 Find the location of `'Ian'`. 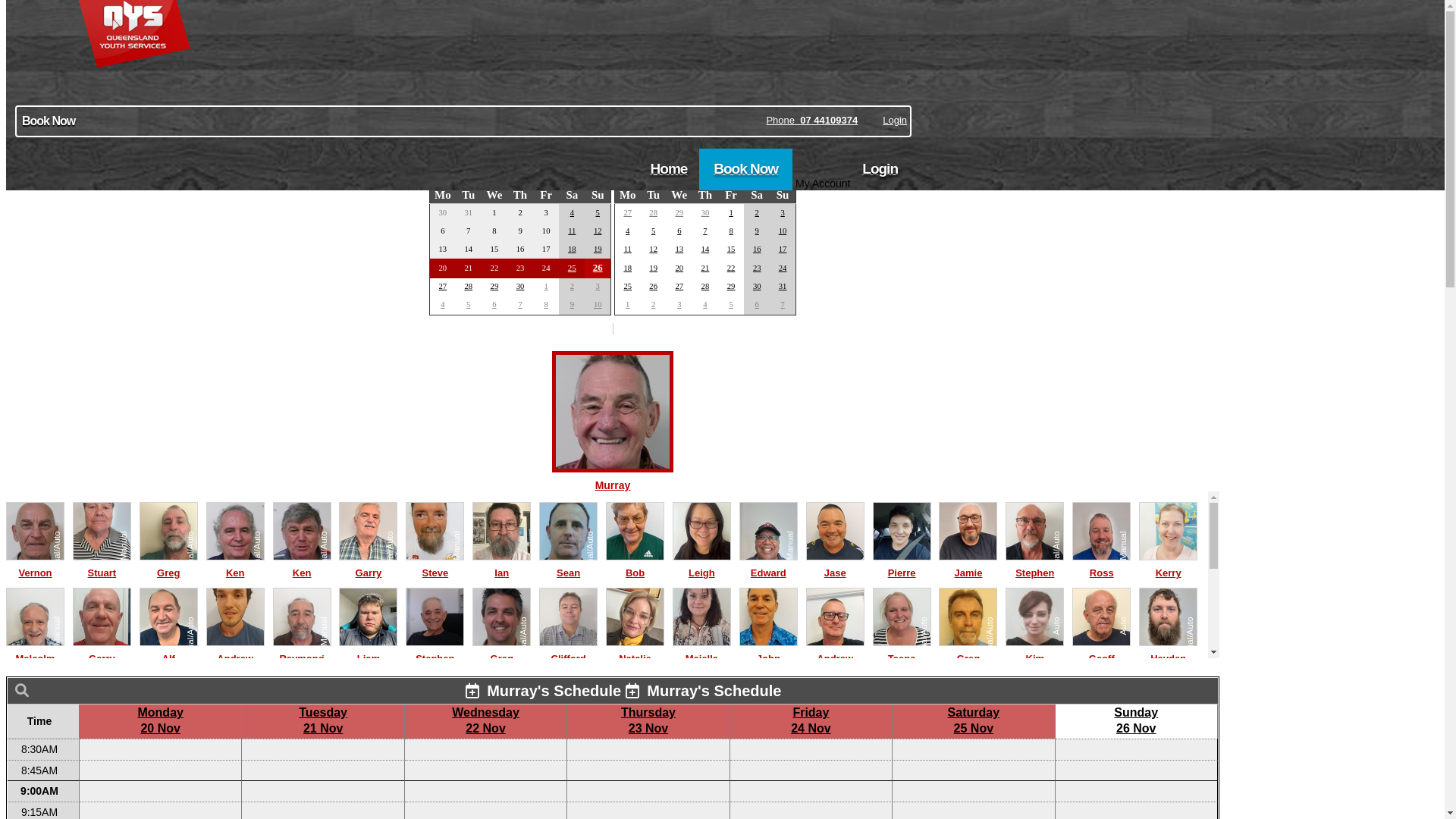

'Ian' is located at coordinates (501, 565).